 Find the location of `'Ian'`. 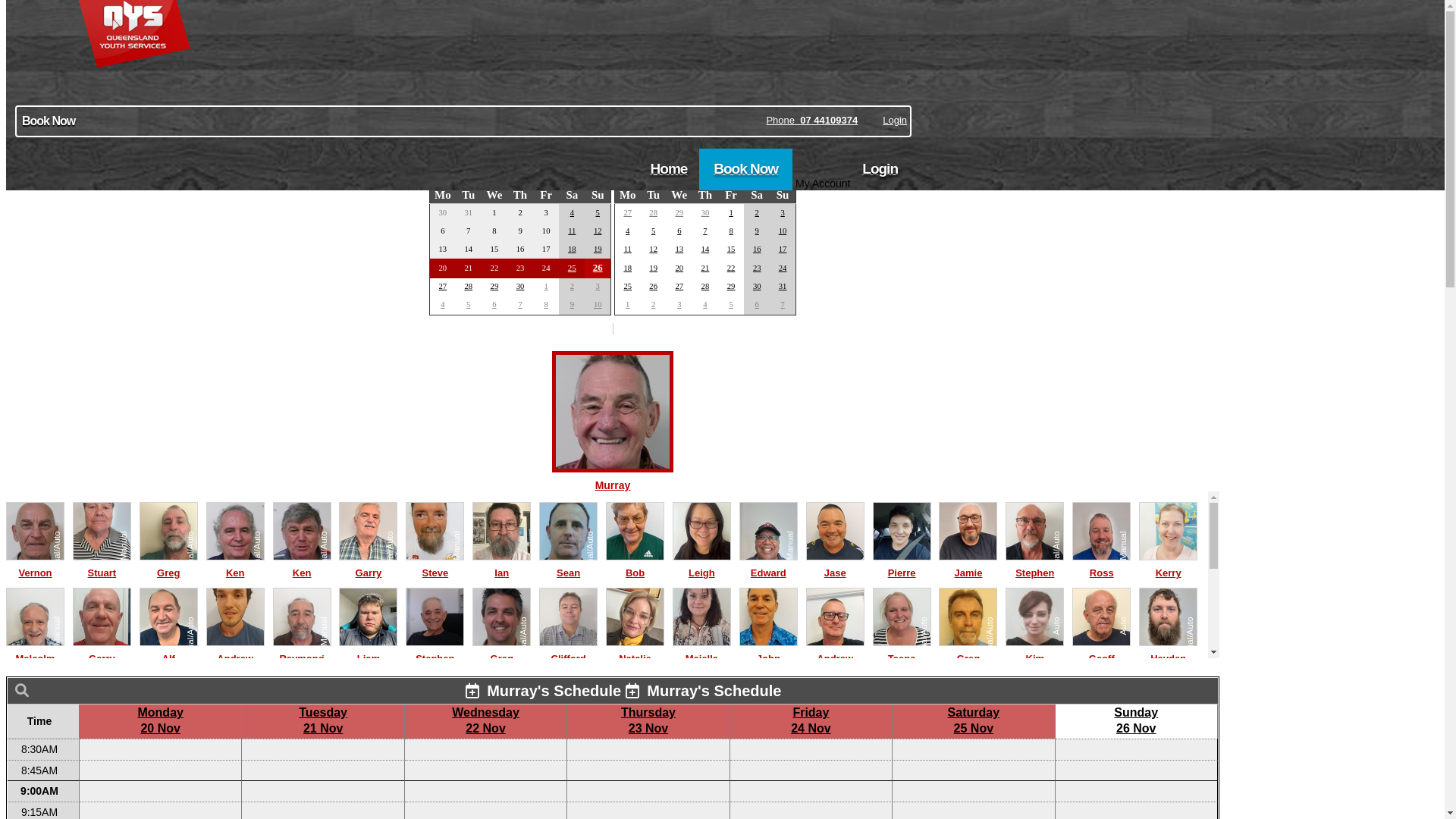

'Ian' is located at coordinates (501, 565).